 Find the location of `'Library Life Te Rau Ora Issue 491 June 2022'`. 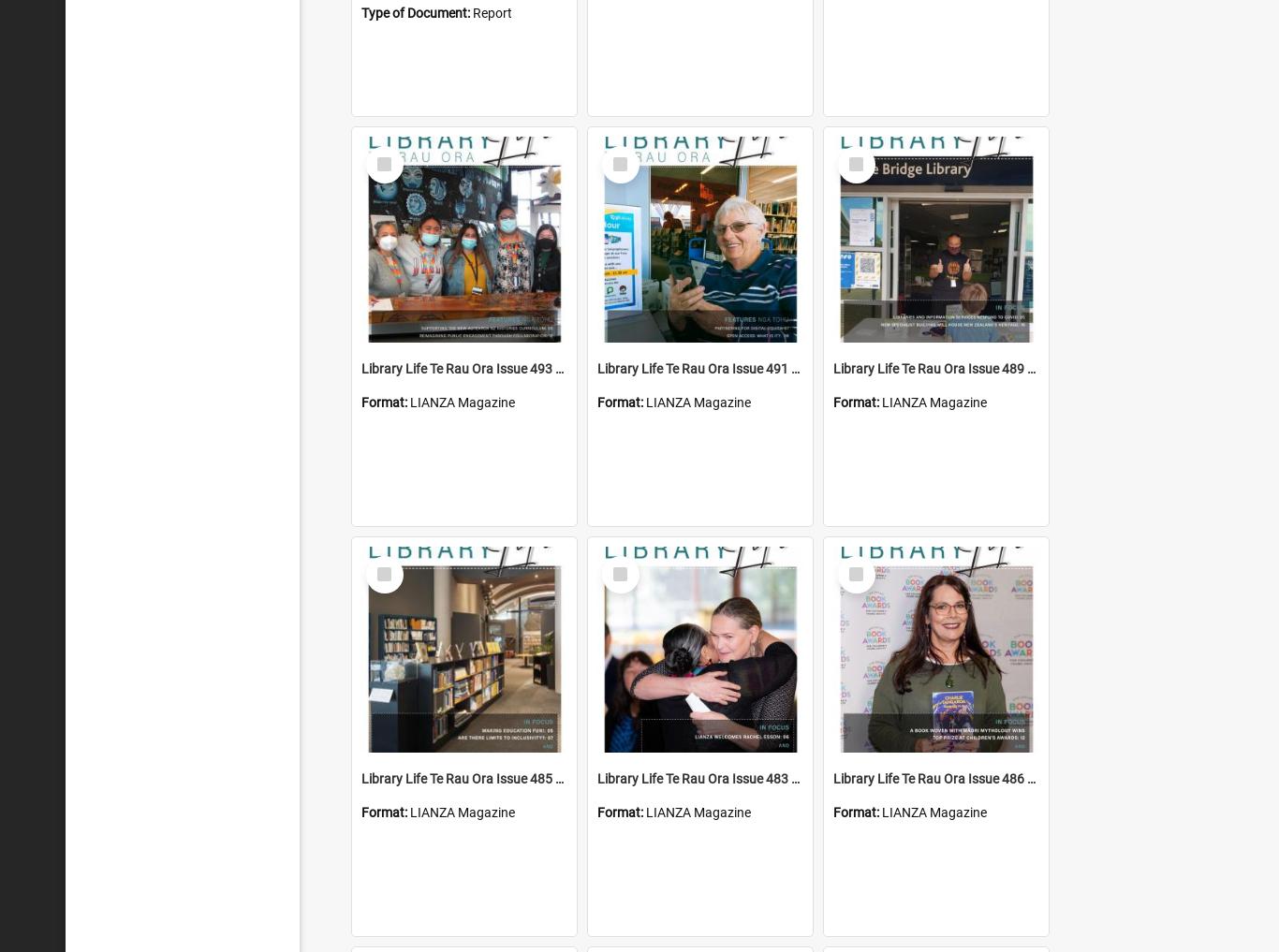

'Library Life Te Rau Ora Issue 491 June 2022' is located at coordinates (725, 367).